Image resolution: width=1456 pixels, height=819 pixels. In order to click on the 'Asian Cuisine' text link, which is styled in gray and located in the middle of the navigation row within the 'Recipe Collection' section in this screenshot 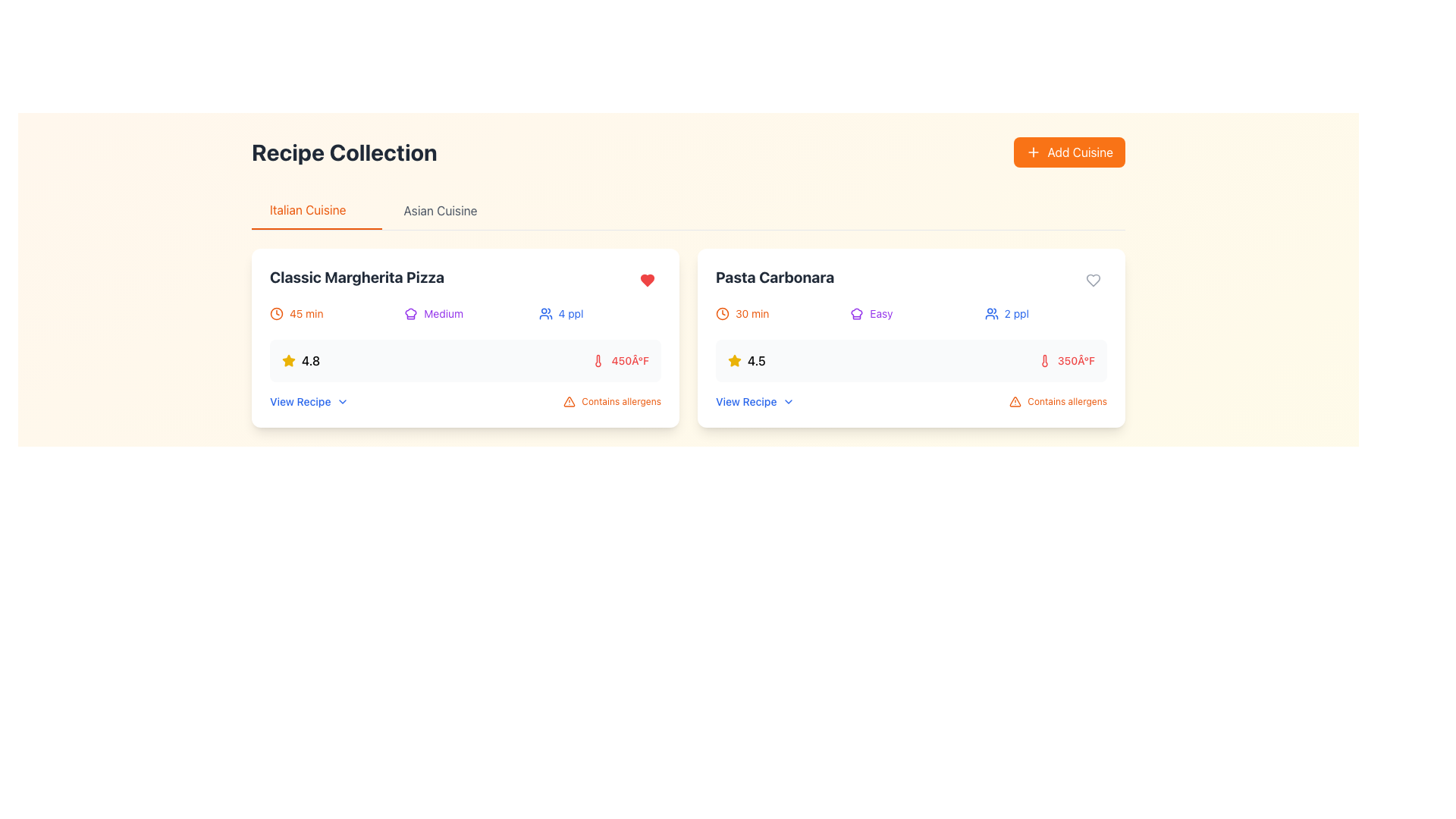, I will do `click(449, 210)`.